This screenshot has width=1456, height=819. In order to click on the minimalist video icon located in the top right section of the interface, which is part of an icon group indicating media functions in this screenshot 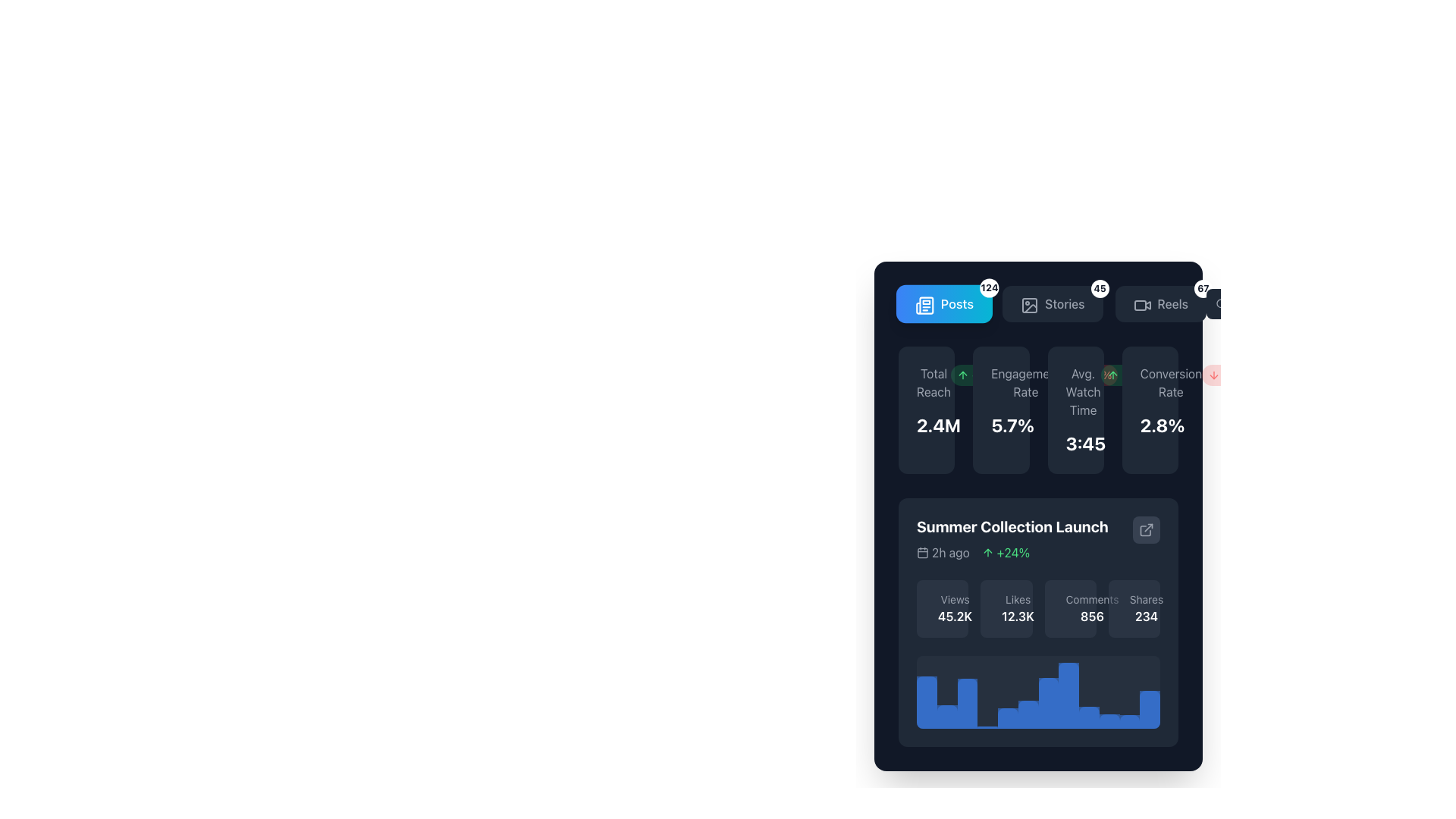, I will do `click(1140, 305)`.